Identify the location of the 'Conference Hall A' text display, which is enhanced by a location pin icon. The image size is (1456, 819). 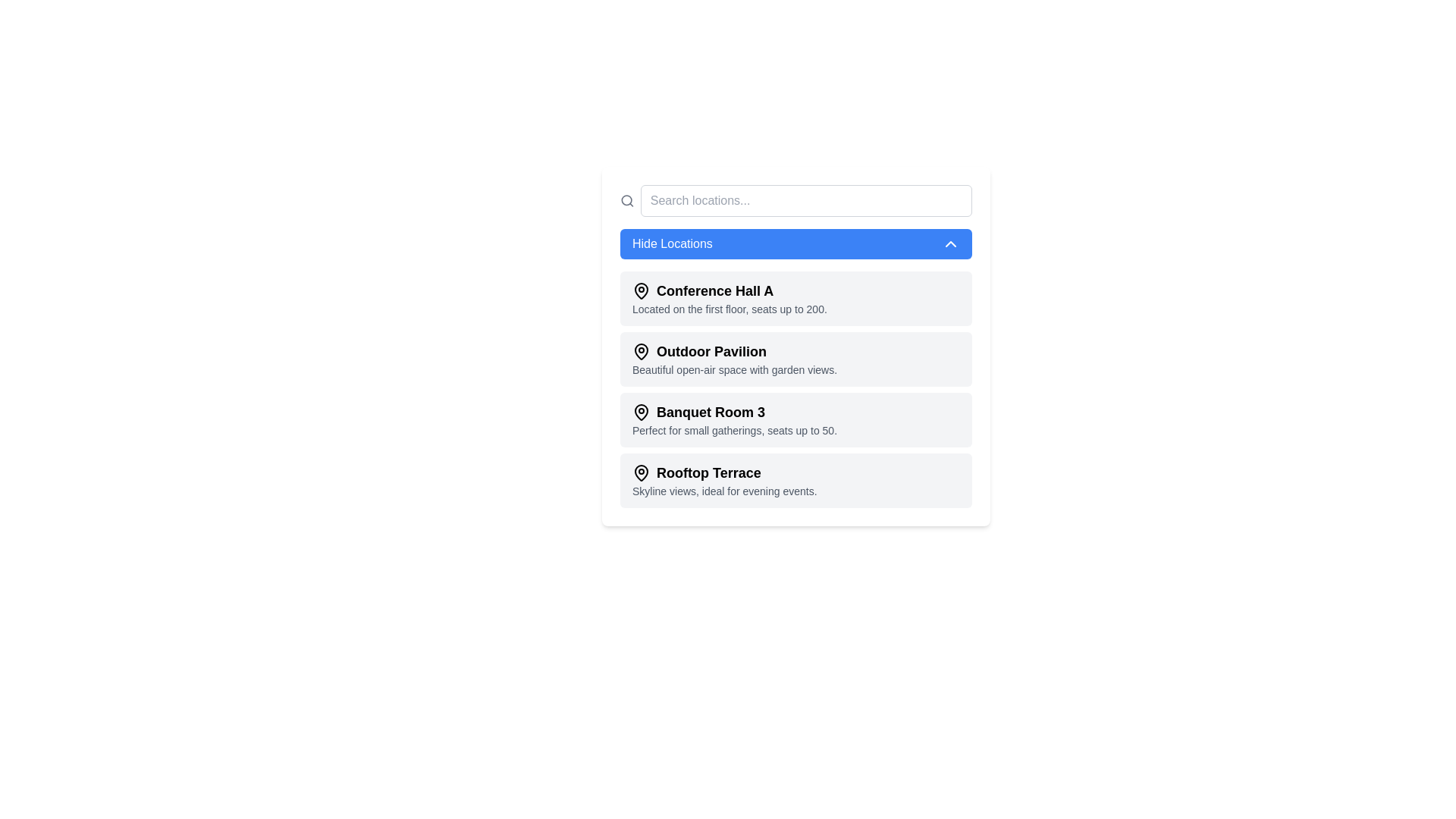
(730, 291).